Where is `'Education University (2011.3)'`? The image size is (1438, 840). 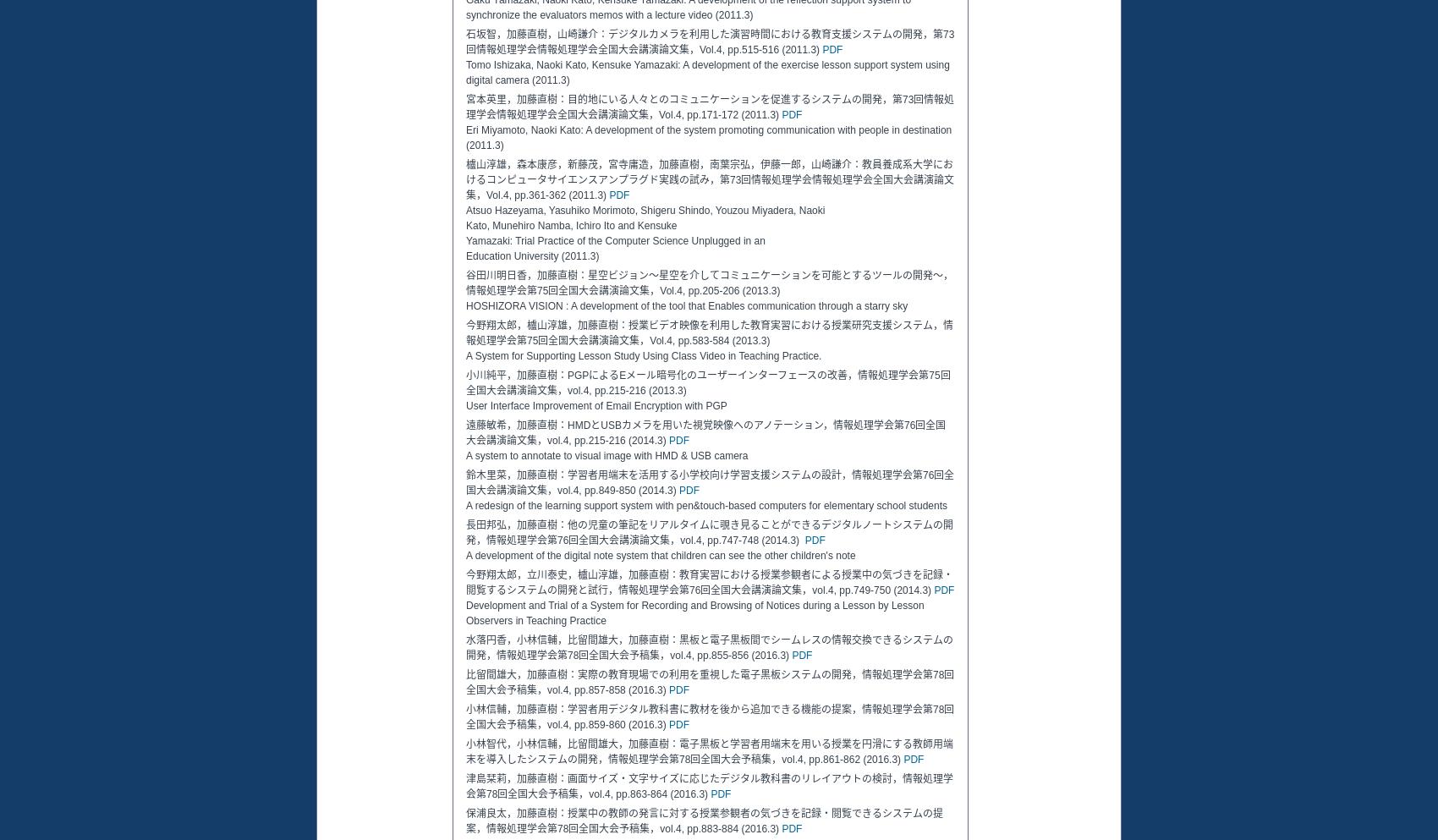 'Education University (2011.3)' is located at coordinates (531, 255).